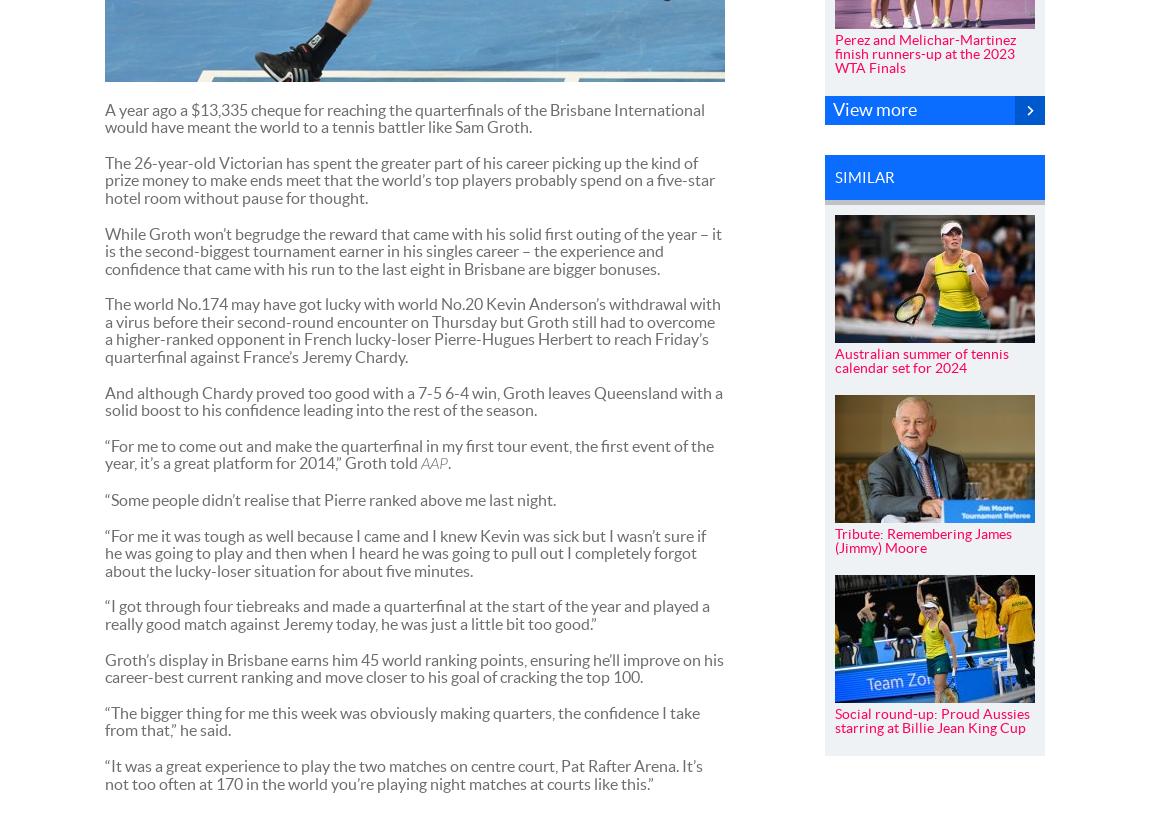 The height and width of the screenshot is (819, 1150). Describe the element at coordinates (449, 462) in the screenshot. I see `'.'` at that location.